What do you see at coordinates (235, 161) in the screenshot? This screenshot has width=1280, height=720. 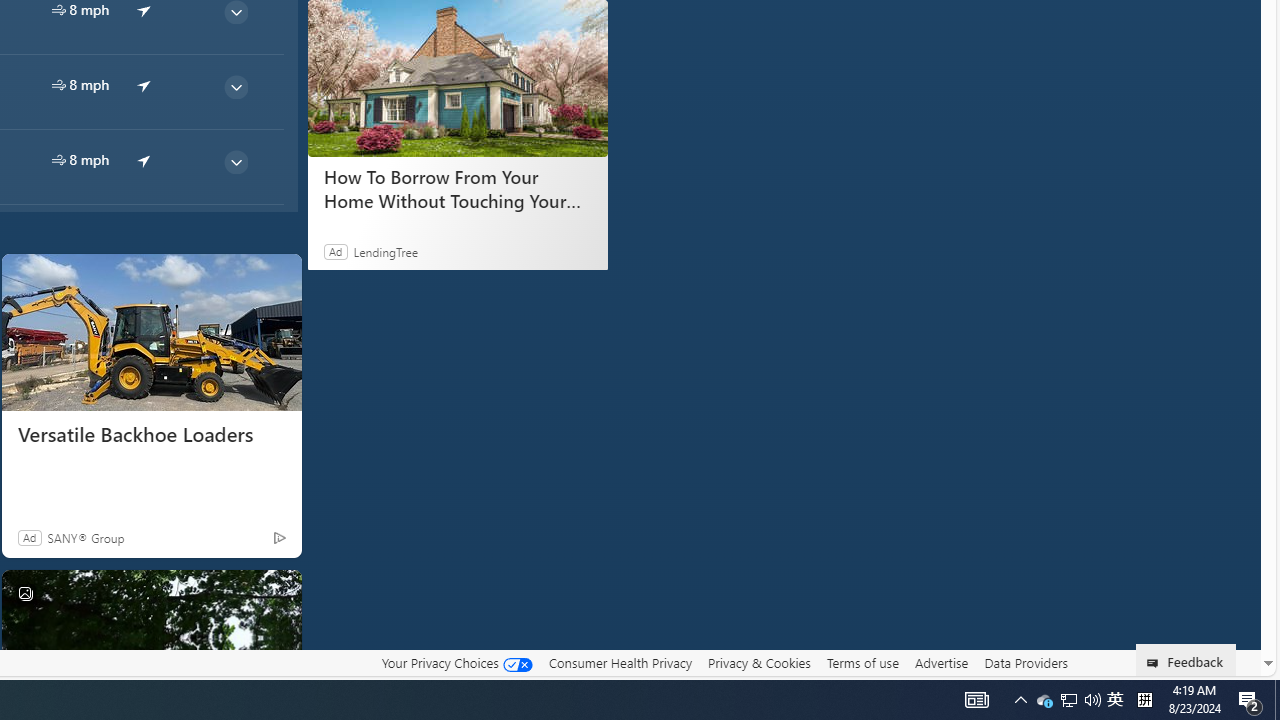 I see `'common/thinArrow'` at bounding box center [235, 161].